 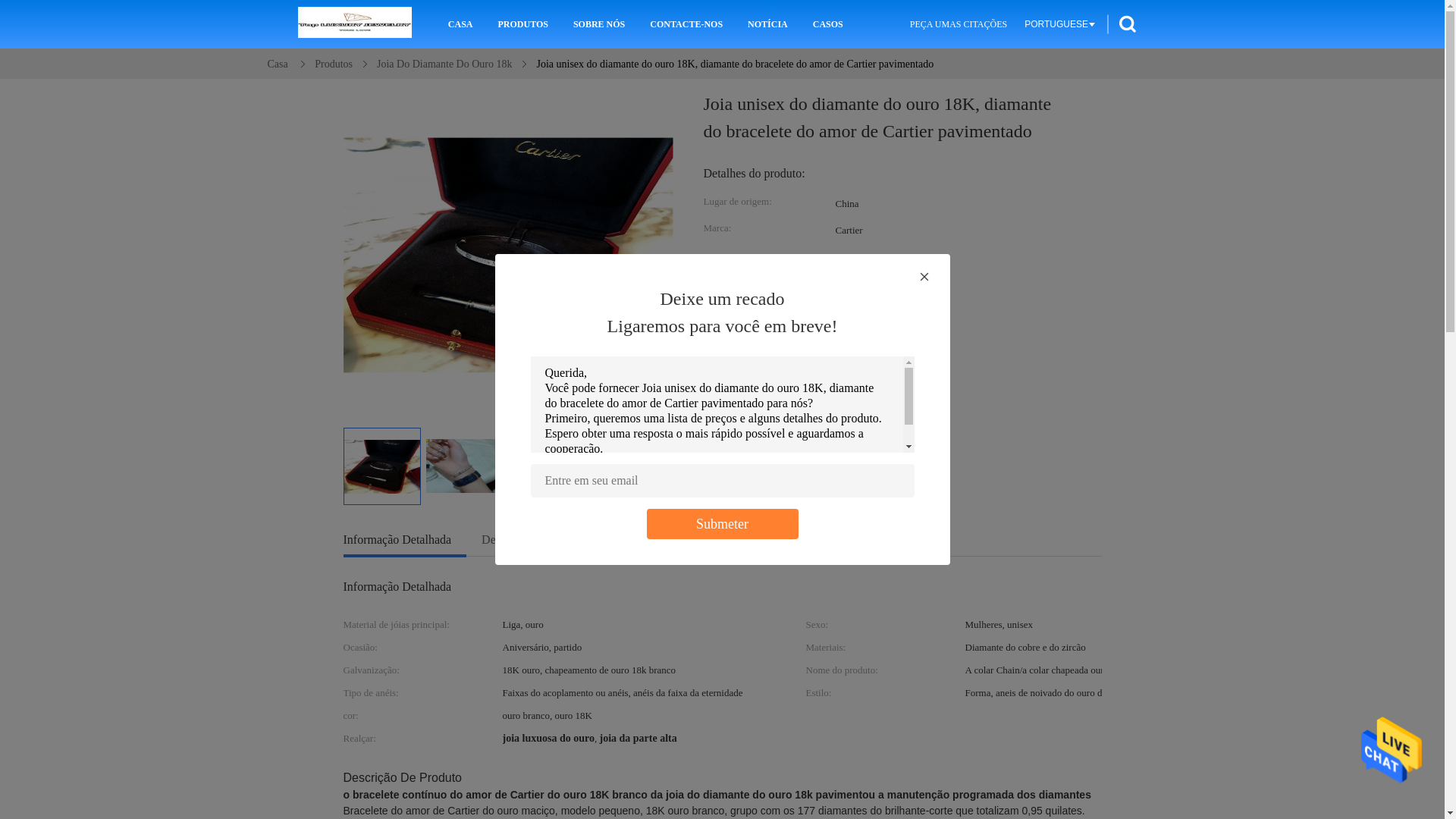 I want to click on 'Joia Do Diamante Do Ouro 18k', so click(x=443, y=63).